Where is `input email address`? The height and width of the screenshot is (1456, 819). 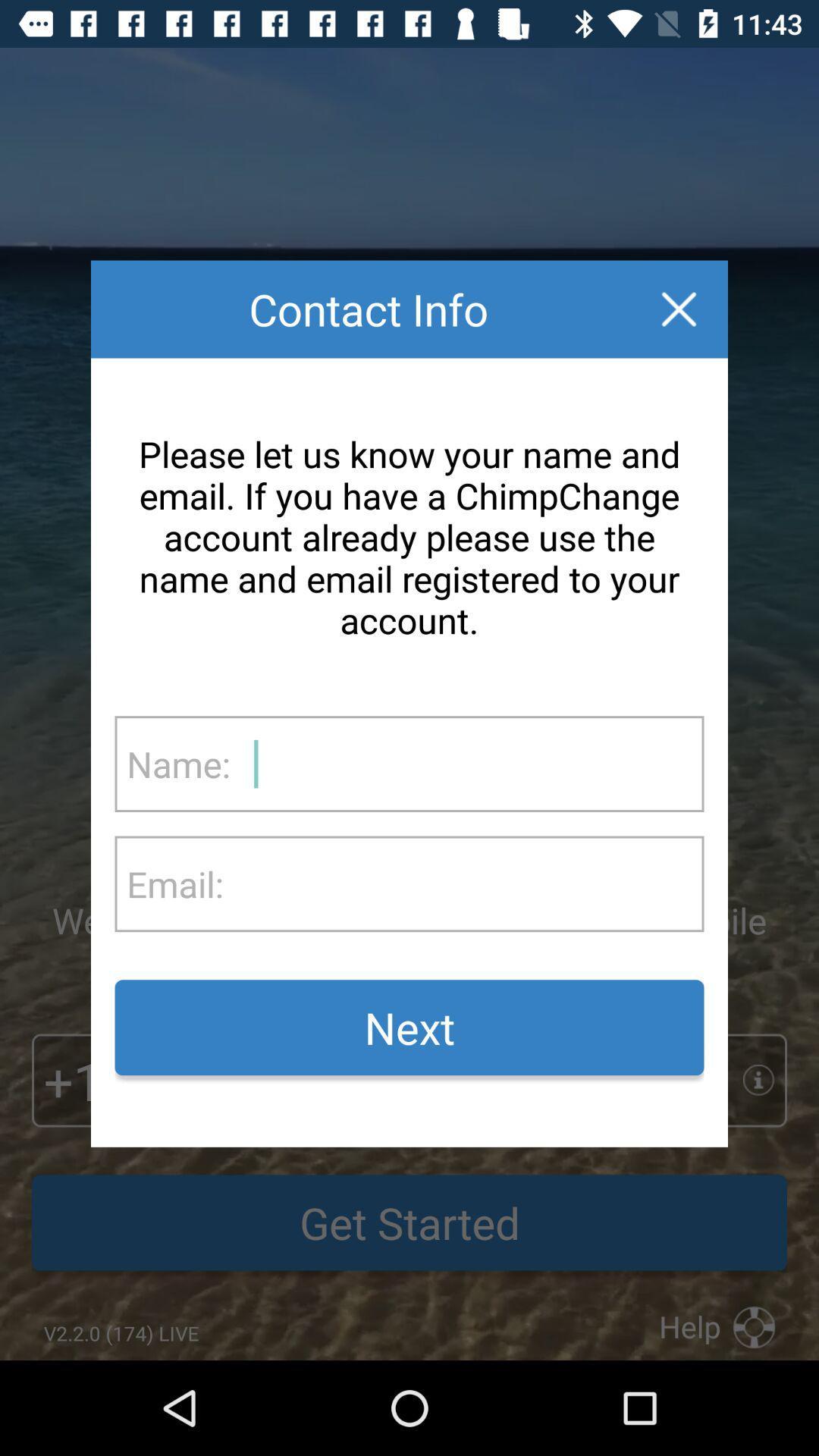 input email address is located at coordinates (463, 883).